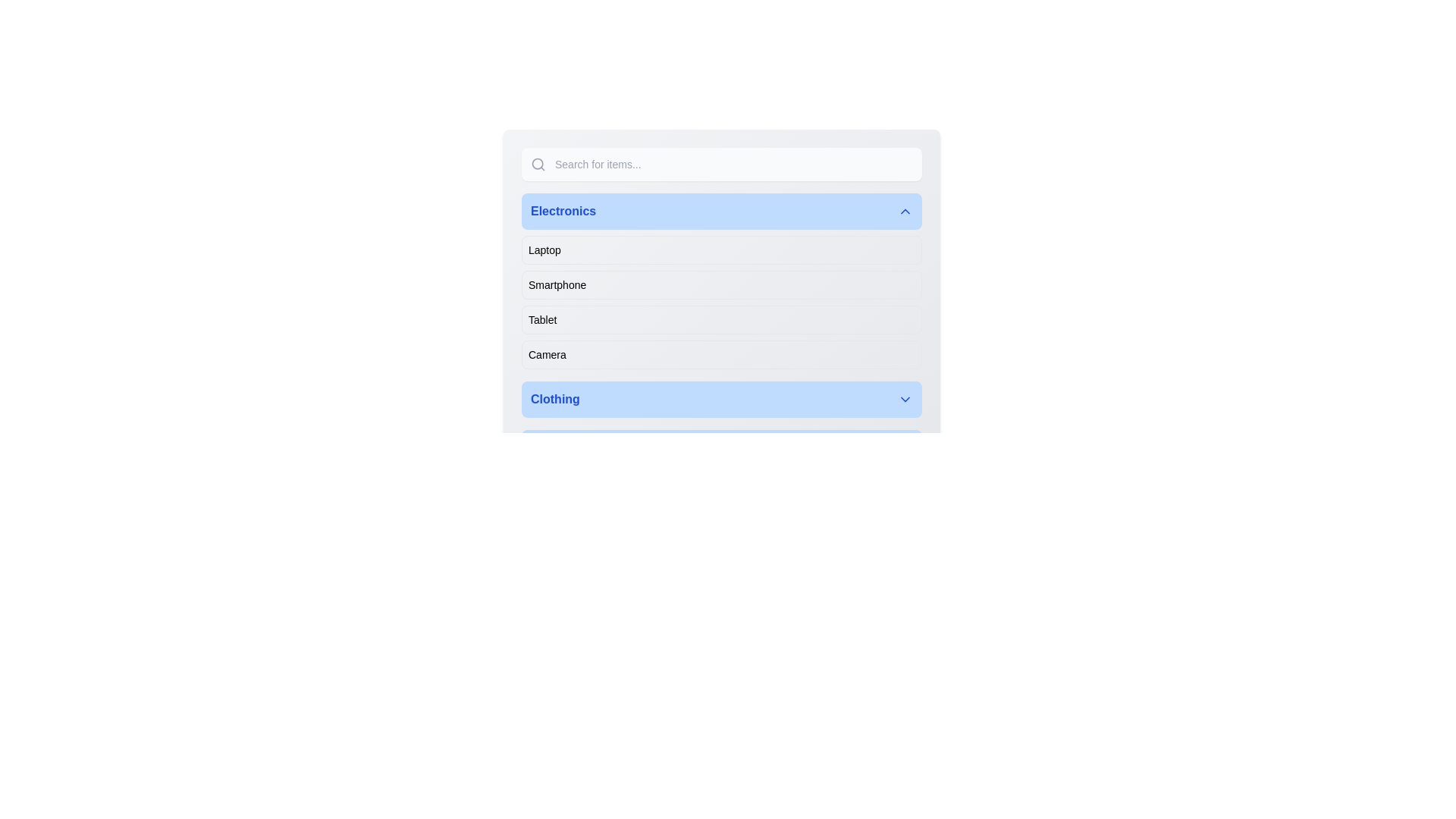 The height and width of the screenshot is (819, 1456). What do you see at coordinates (905, 211) in the screenshot?
I see `the Chevron Up icon next to the 'Electronics' label` at bounding box center [905, 211].